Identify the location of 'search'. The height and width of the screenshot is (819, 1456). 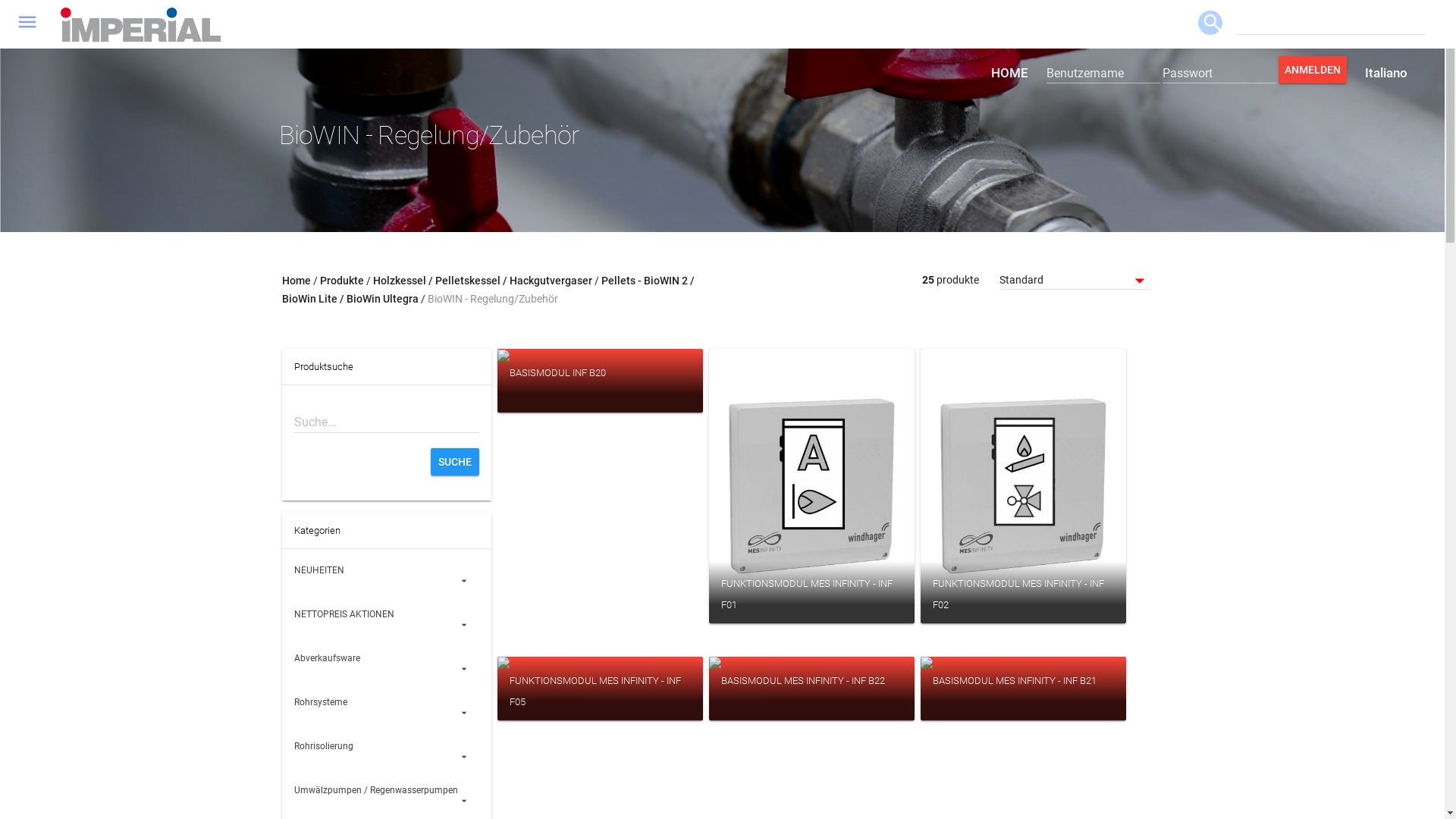
(1210, 23).